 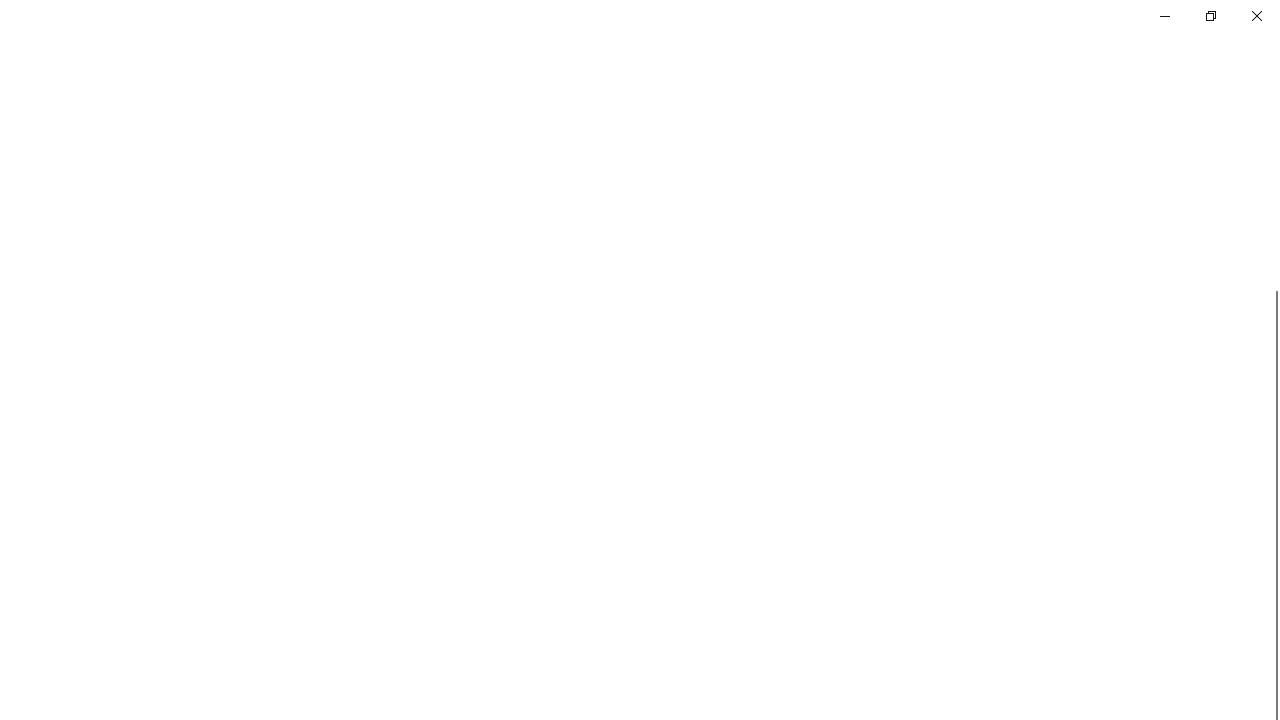 I want to click on 'Close Settings', so click(x=1255, y=15).